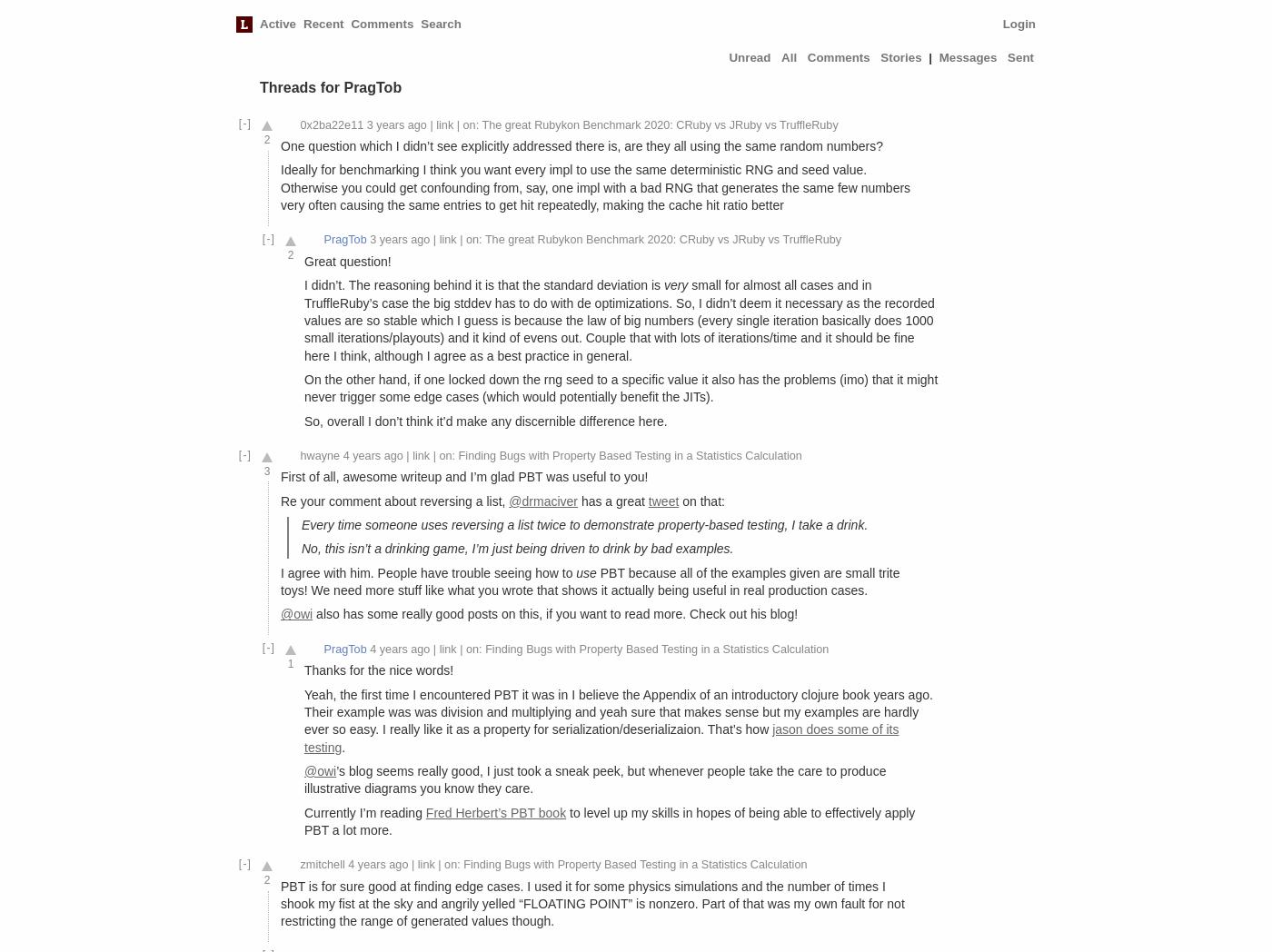 This screenshot has width=1272, height=952. I want to click on '1', so click(290, 662).